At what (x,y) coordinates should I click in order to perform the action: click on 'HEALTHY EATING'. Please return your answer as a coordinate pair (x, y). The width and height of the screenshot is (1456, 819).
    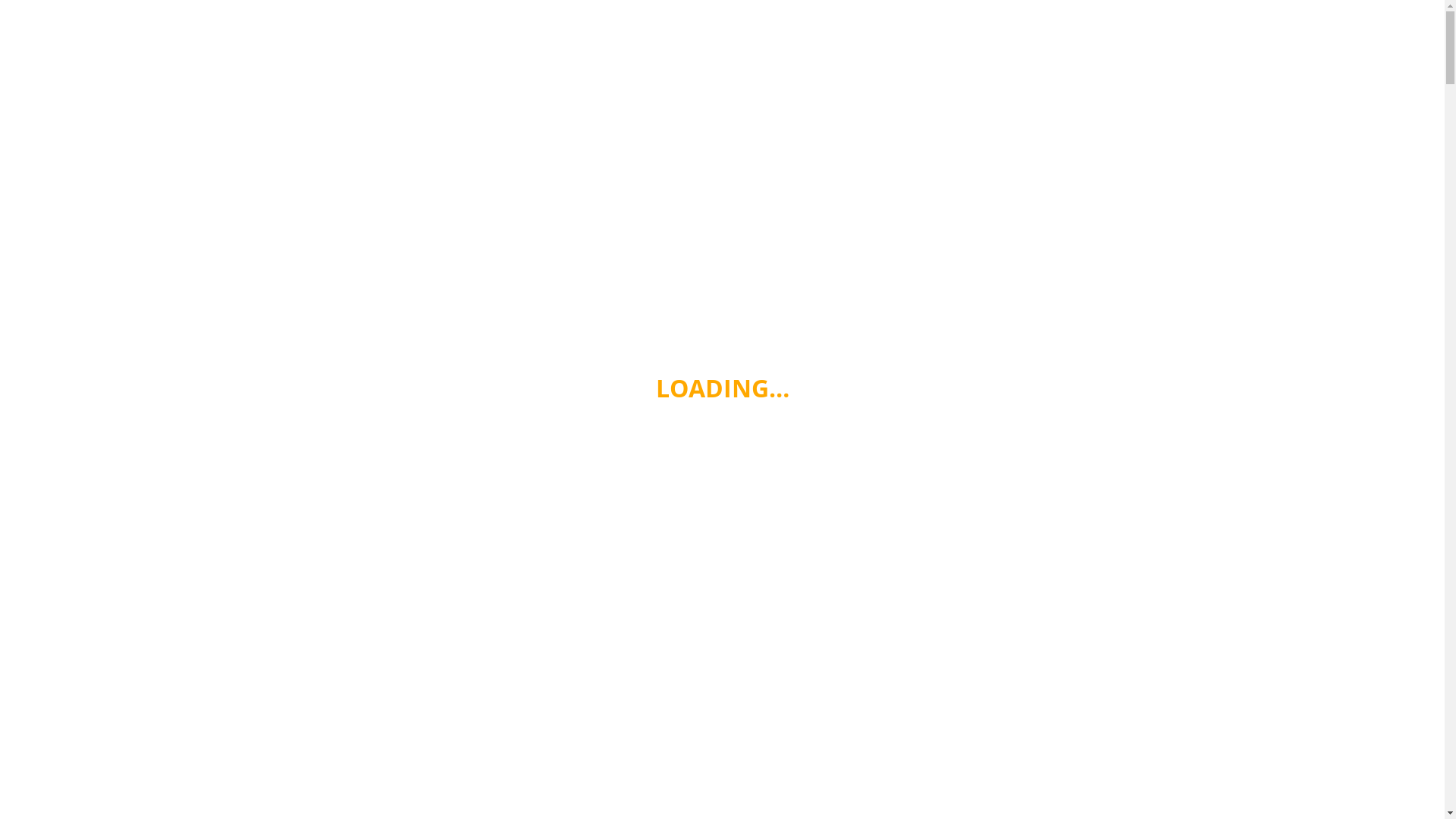
    Looking at the image, I should click on (692, 20).